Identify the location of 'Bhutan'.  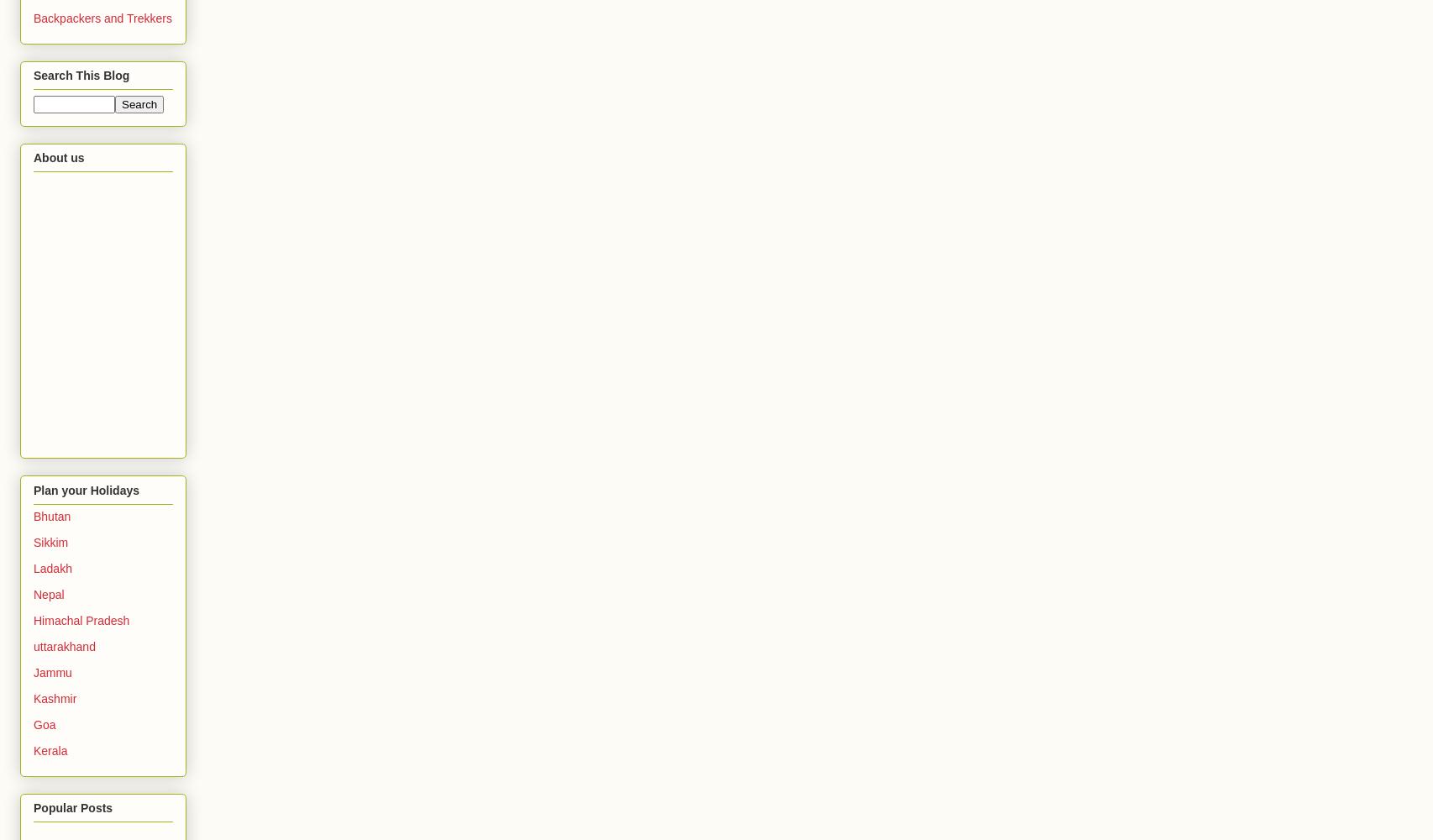
(33, 515).